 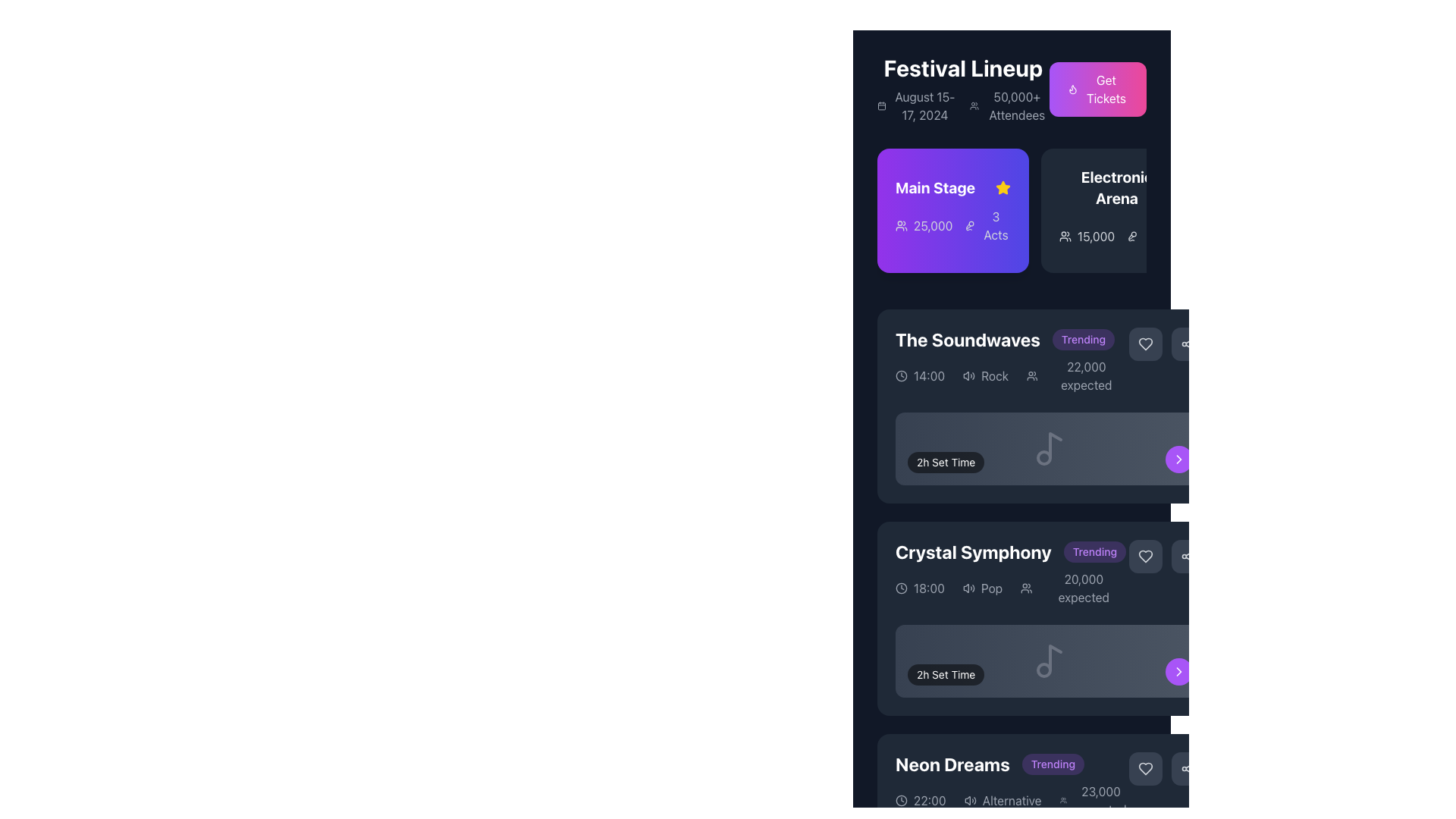 What do you see at coordinates (1085, 375) in the screenshot?
I see `the text label displaying '22,000' and 'expected' located in the upper-right section of 'The Soundwaves' card, which is visually distinguishable against a dark background` at bounding box center [1085, 375].